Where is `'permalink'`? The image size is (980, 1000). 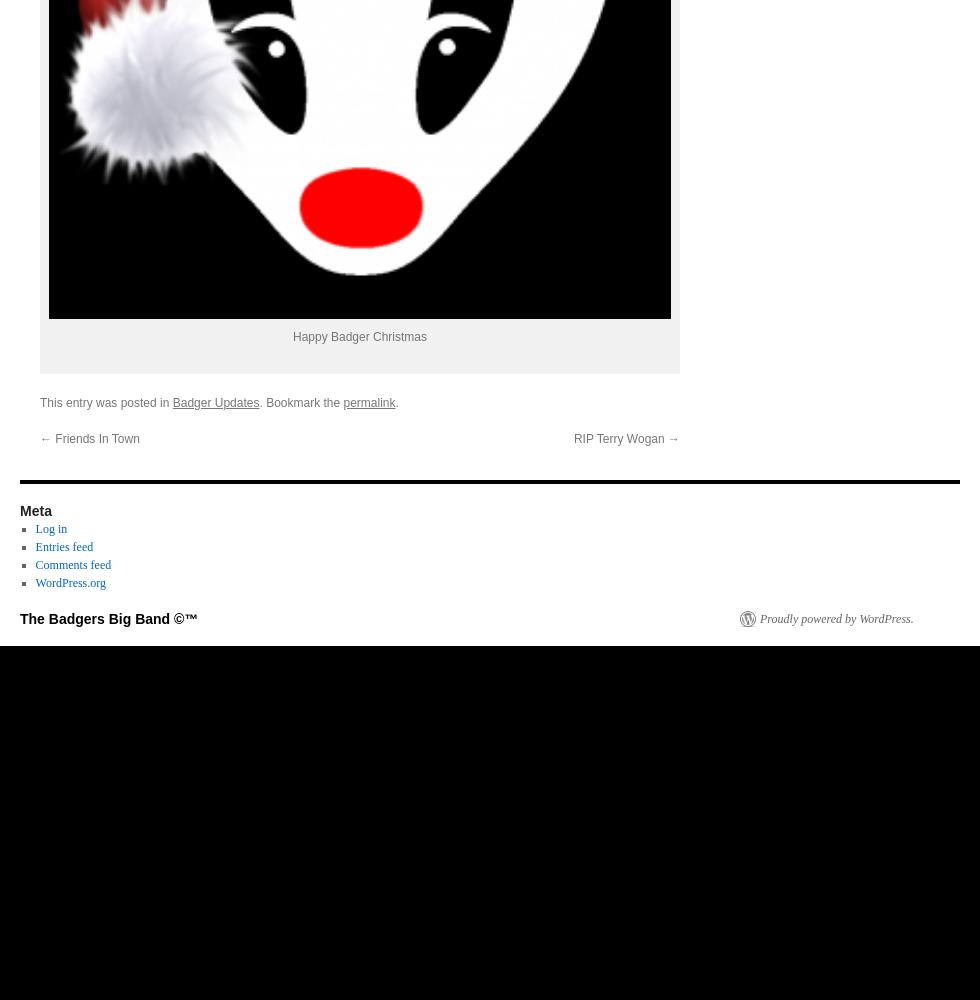 'permalink' is located at coordinates (368, 402).